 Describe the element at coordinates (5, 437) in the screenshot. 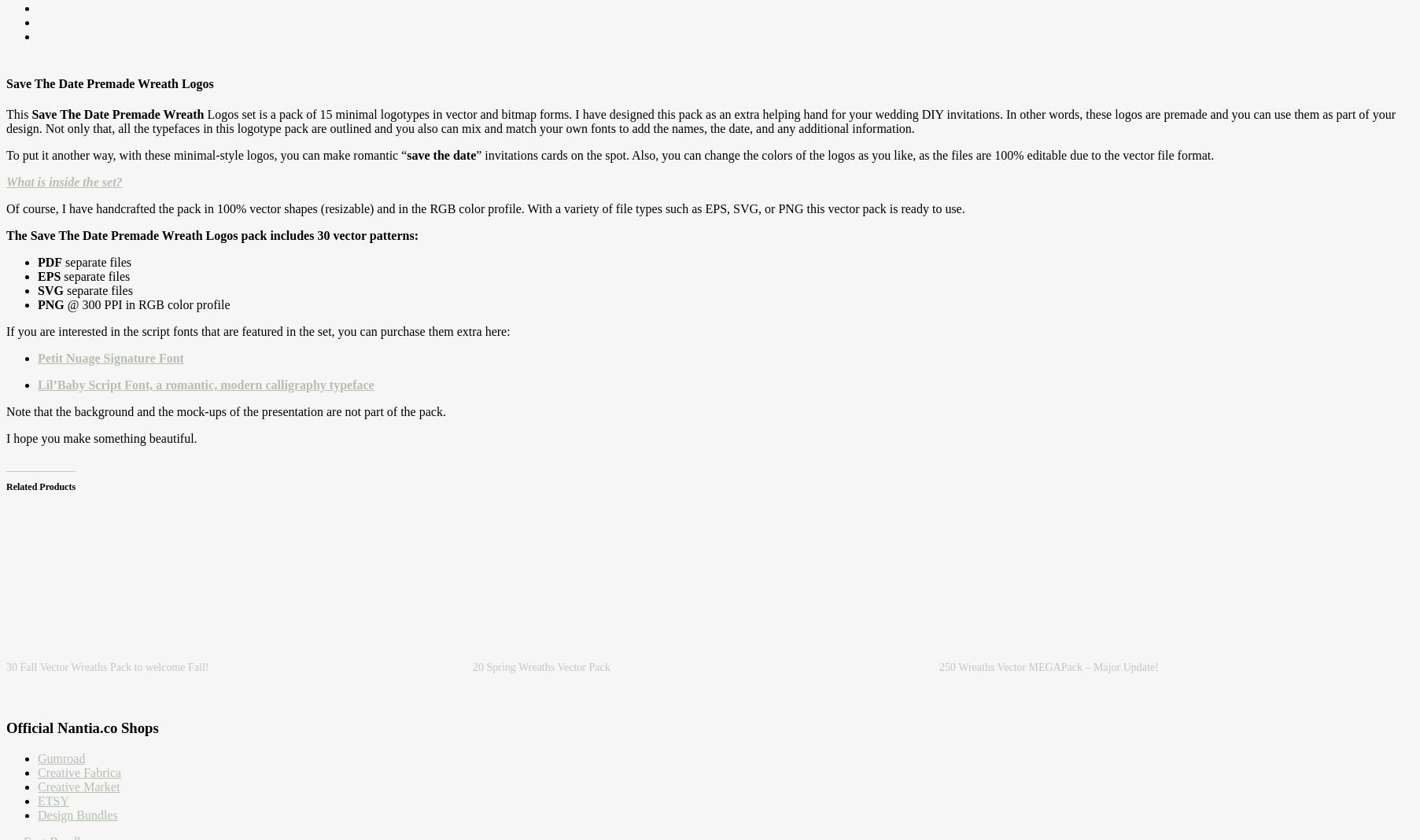

I see `'I hope you make something beautiful.'` at that location.